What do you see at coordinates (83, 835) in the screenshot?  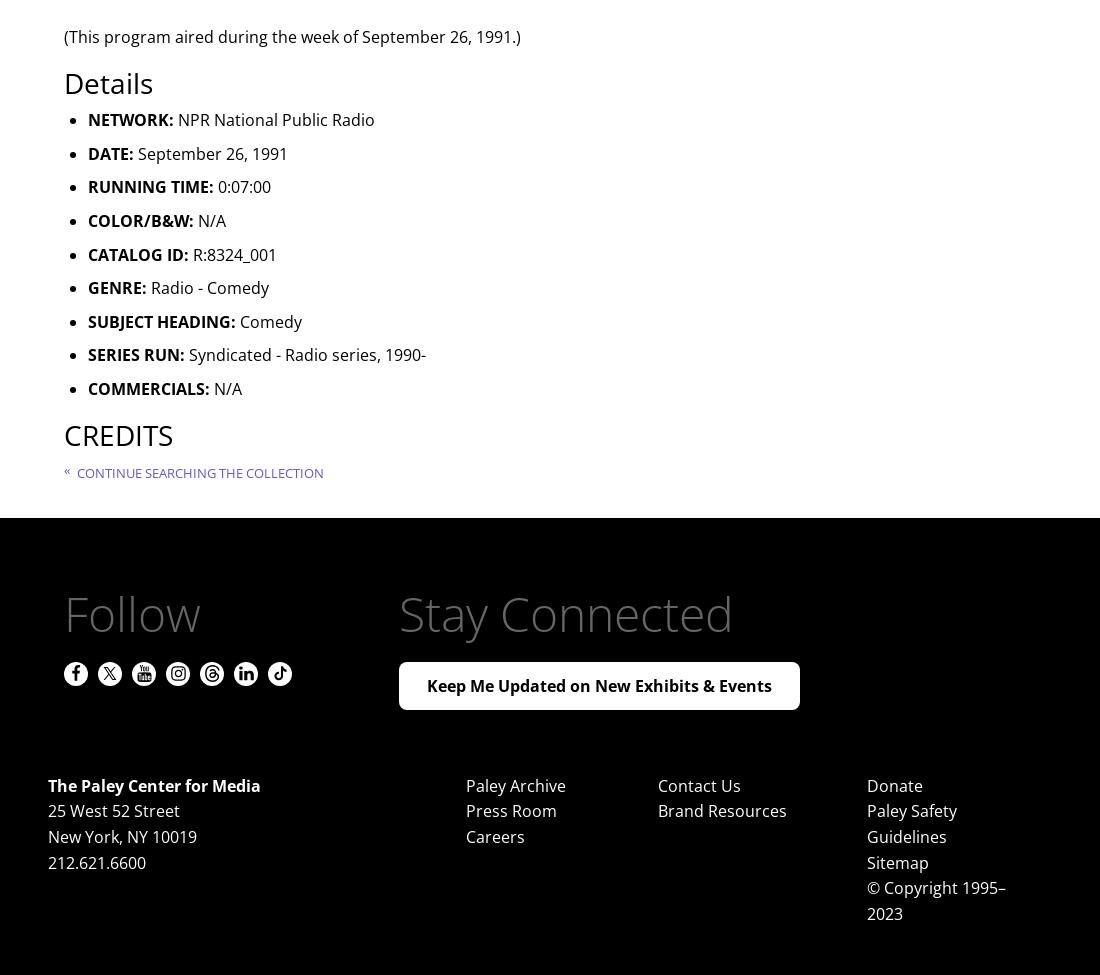 I see `'New York'` at bounding box center [83, 835].